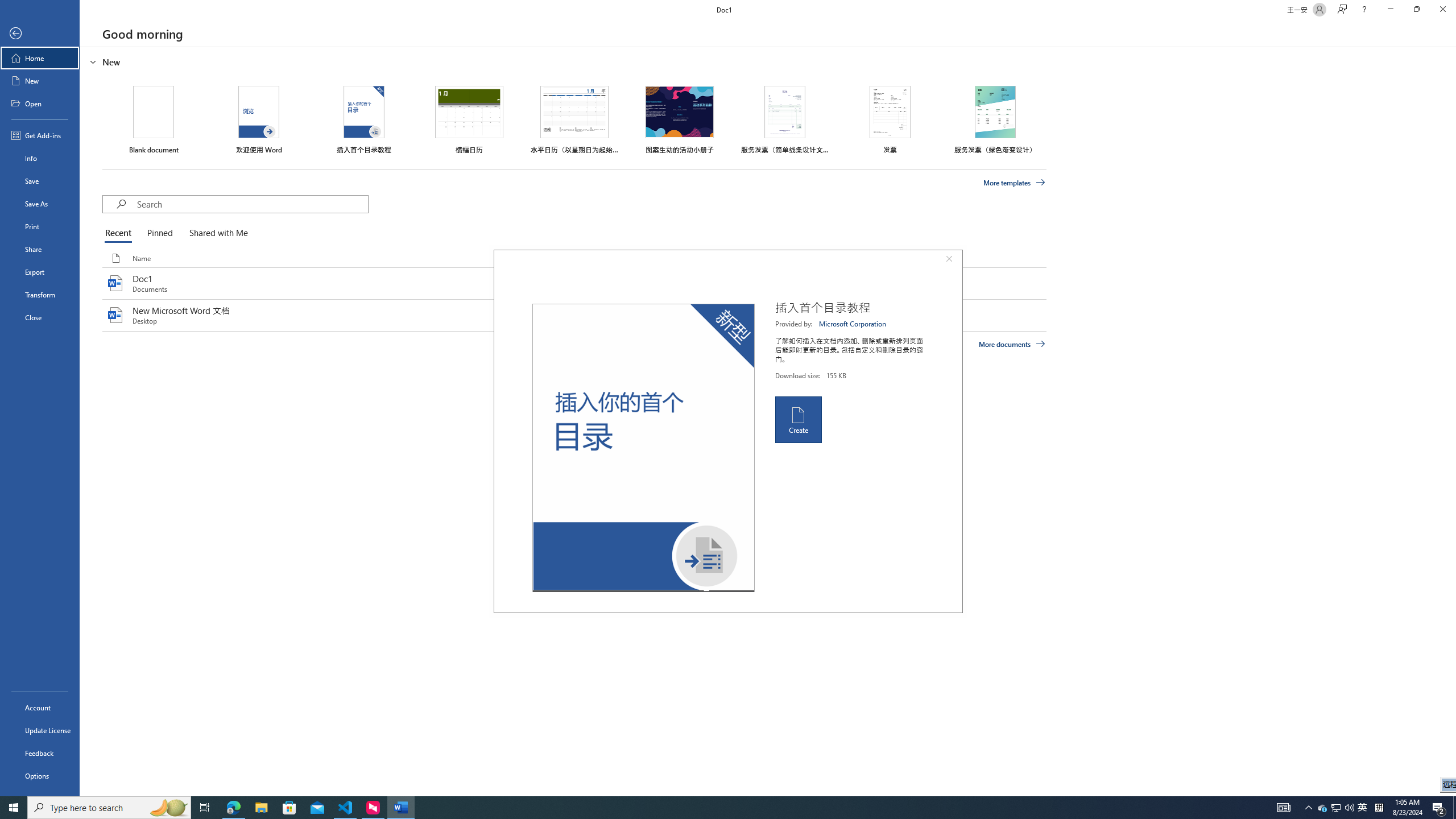 The height and width of the screenshot is (819, 1456). I want to click on 'Minimize', so click(1389, 9).